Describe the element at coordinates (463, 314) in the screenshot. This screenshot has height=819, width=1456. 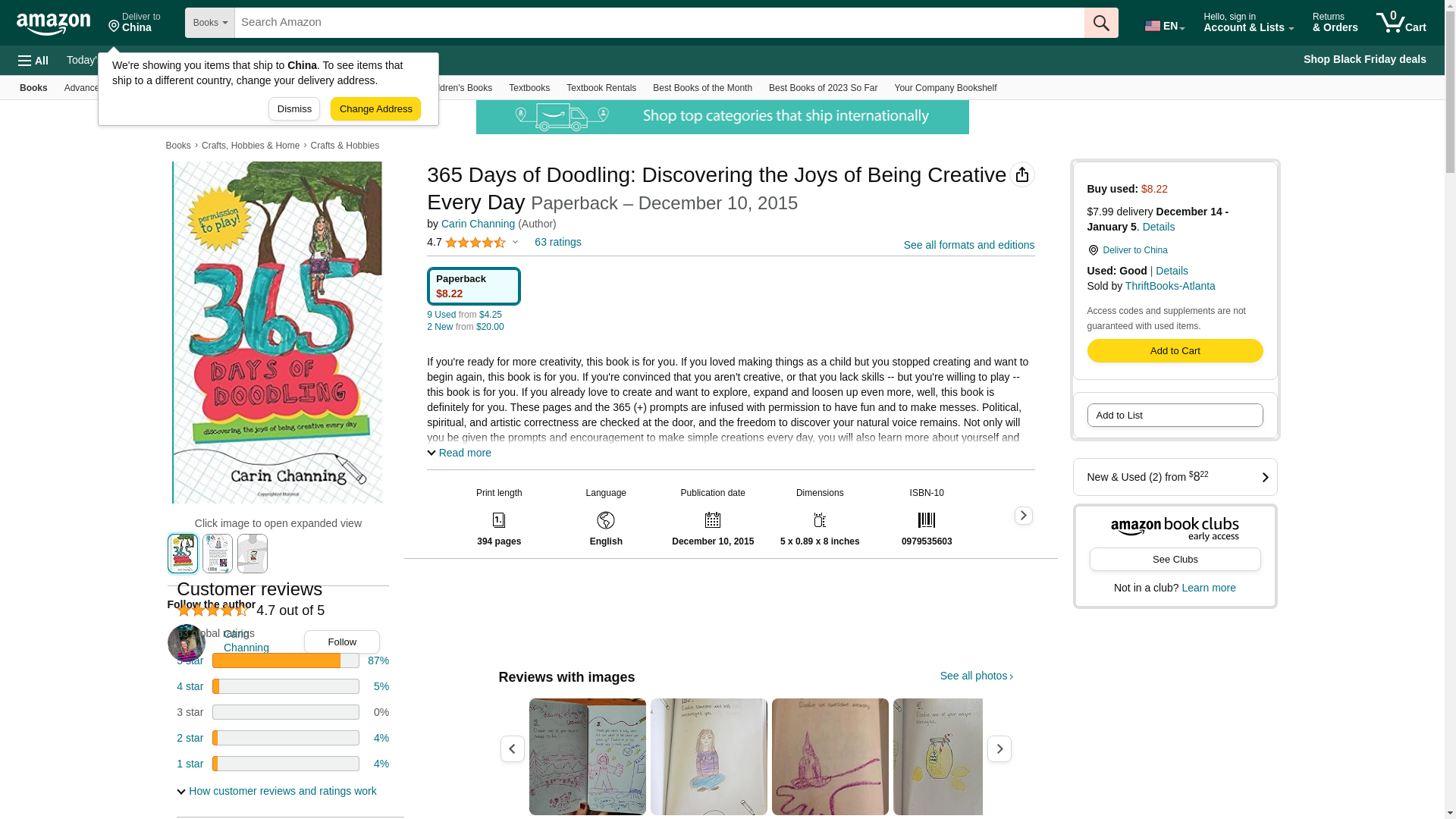
I see `'9 Used from $4.25'` at that location.